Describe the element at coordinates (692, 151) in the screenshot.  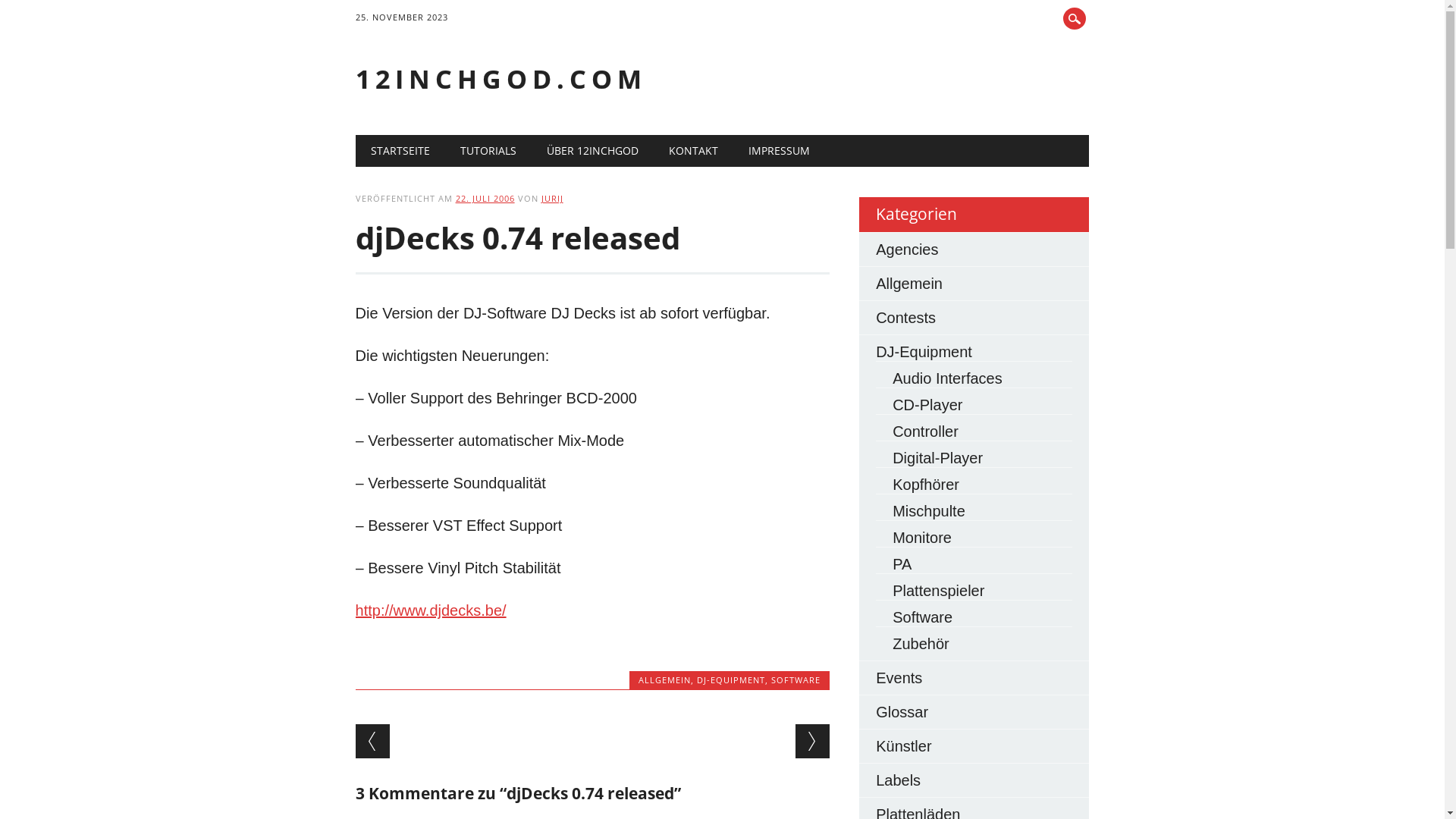
I see `'KONTAKT'` at that location.